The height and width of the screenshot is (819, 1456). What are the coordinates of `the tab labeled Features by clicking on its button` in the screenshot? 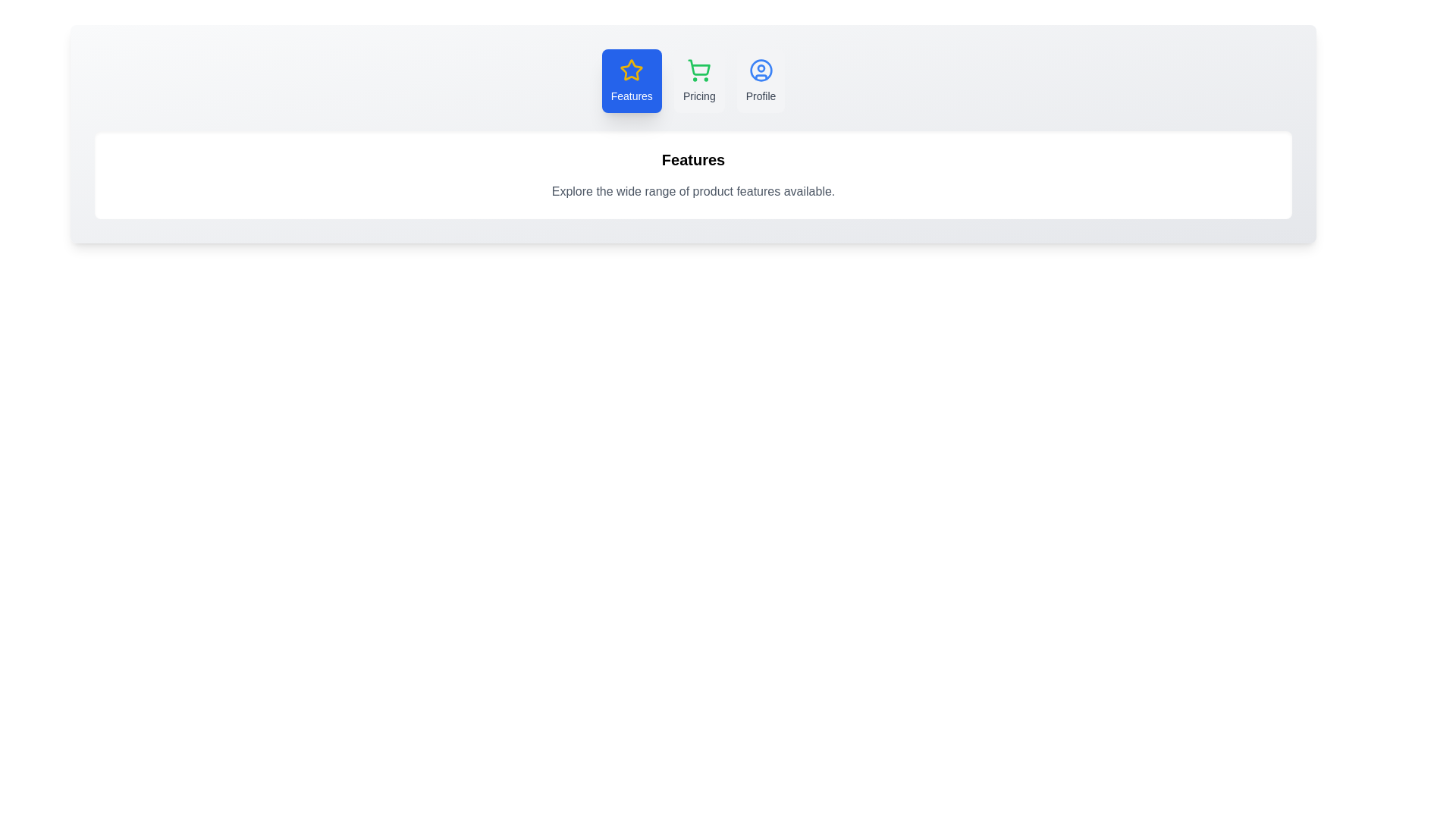 It's located at (632, 81).